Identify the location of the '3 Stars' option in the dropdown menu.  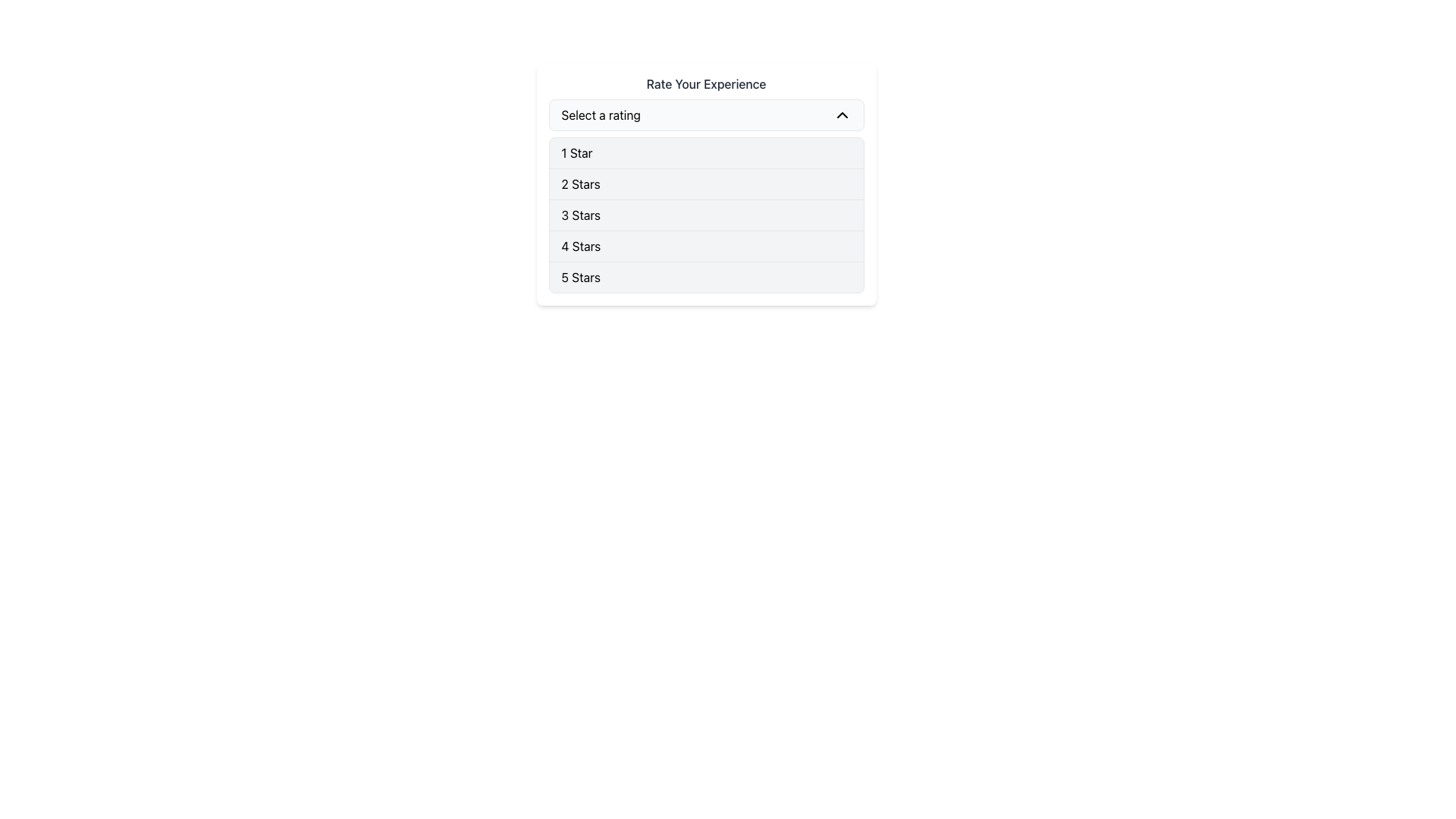
(580, 215).